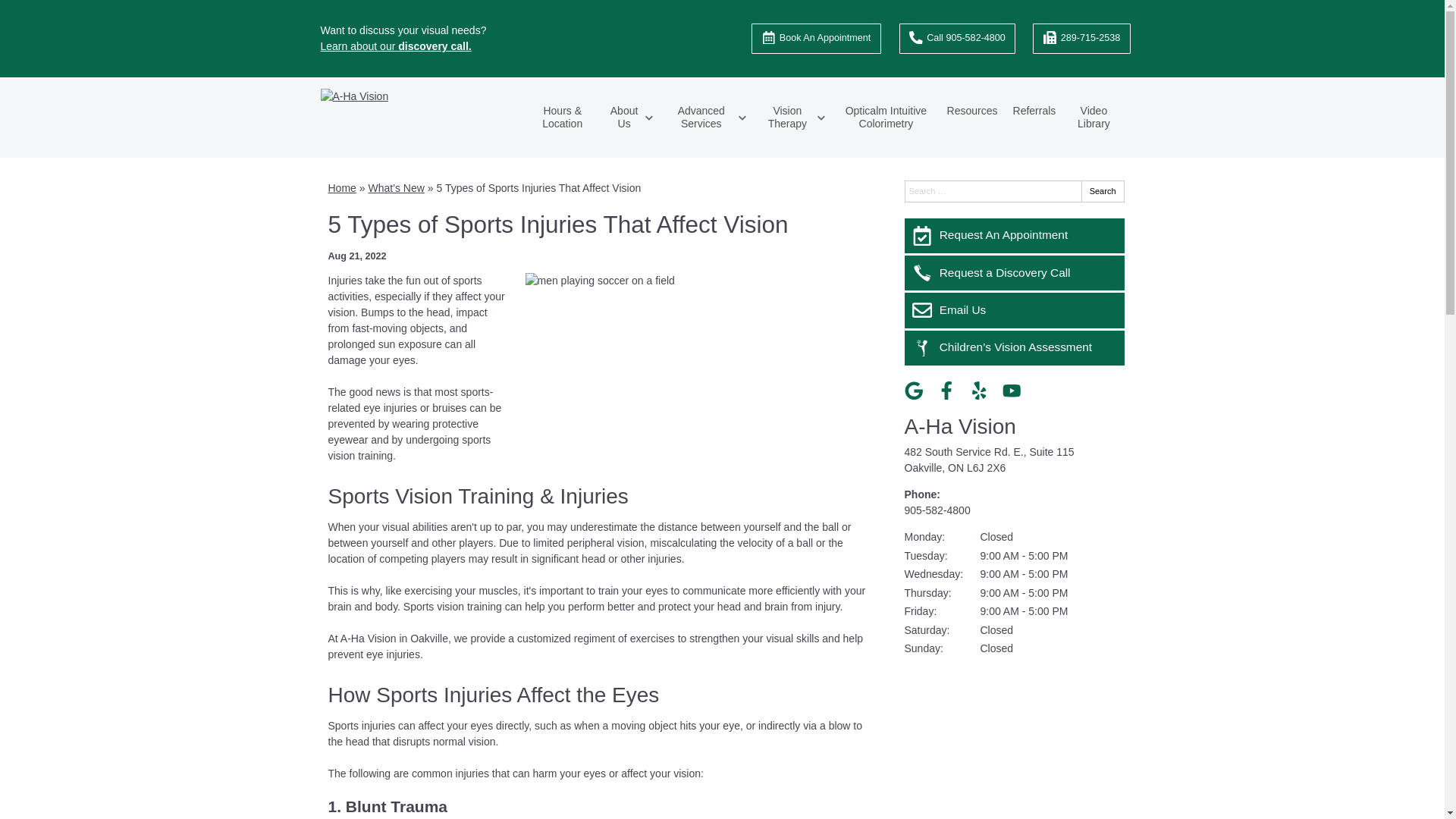  Describe the element at coordinates (561, 116) in the screenshot. I see `'Hours & Location'` at that location.